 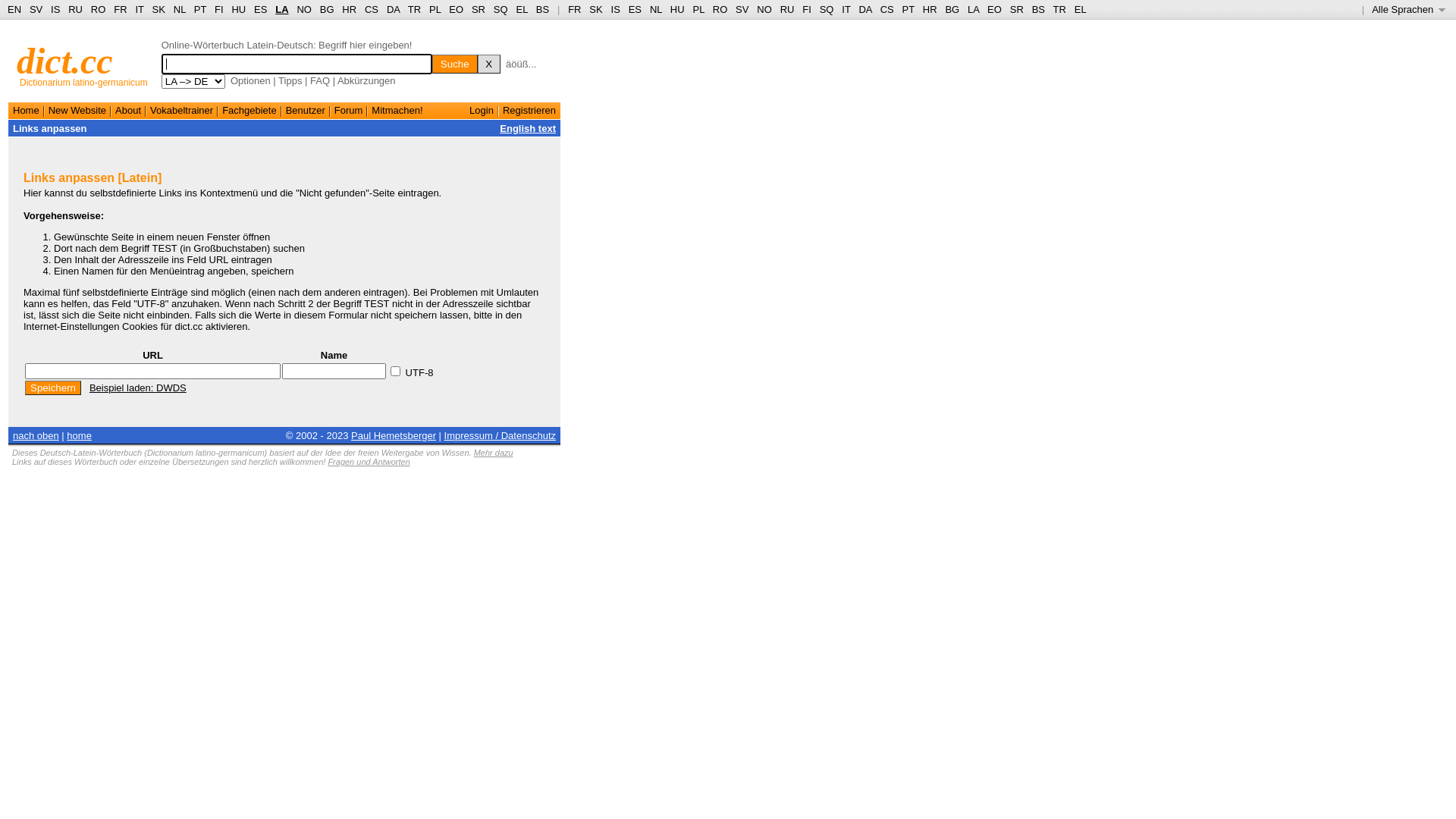 What do you see at coordinates (221, 109) in the screenshot?
I see `'Fachgebiete'` at bounding box center [221, 109].